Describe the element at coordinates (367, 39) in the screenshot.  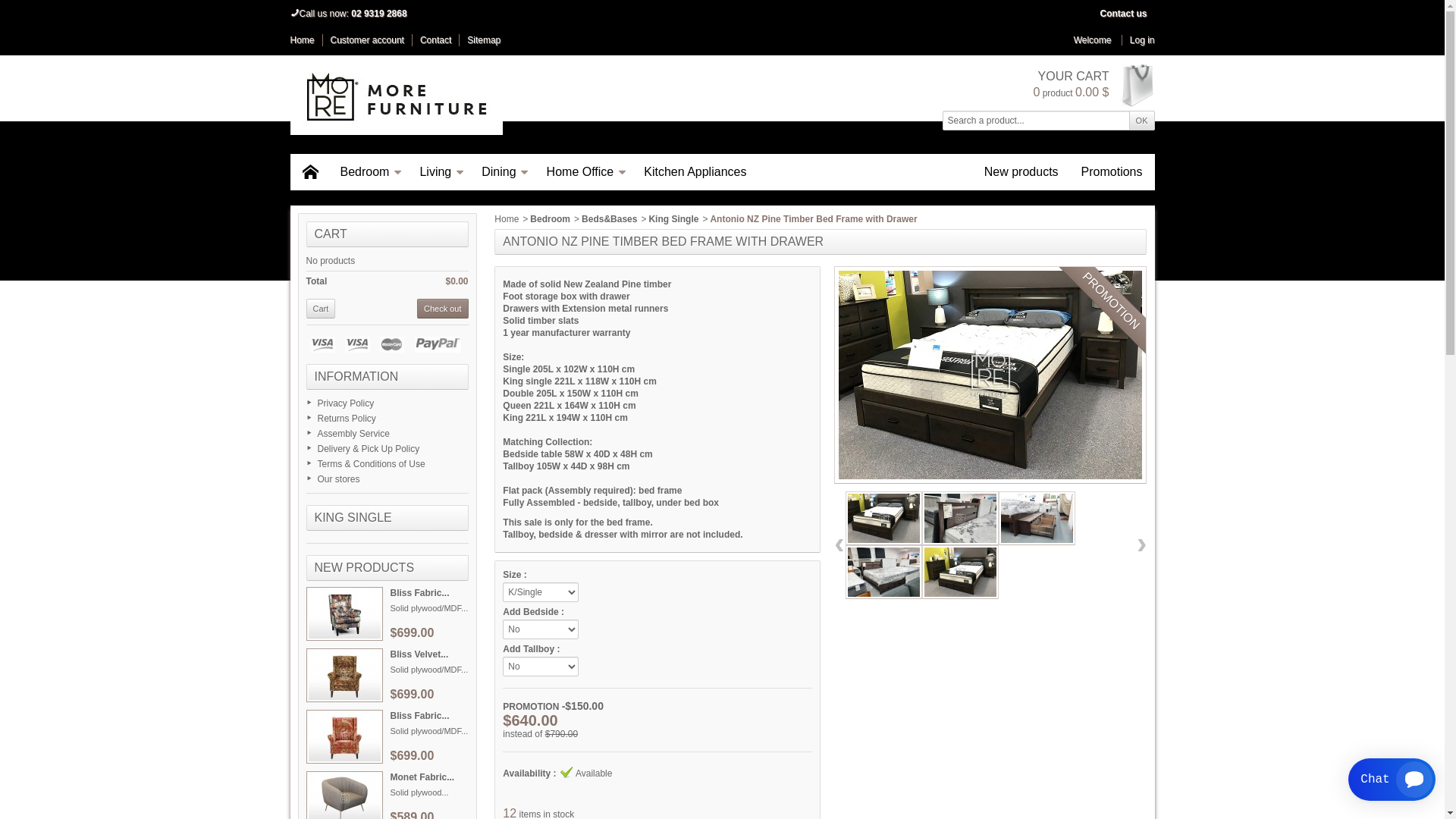
I see `'Customer account'` at that location.